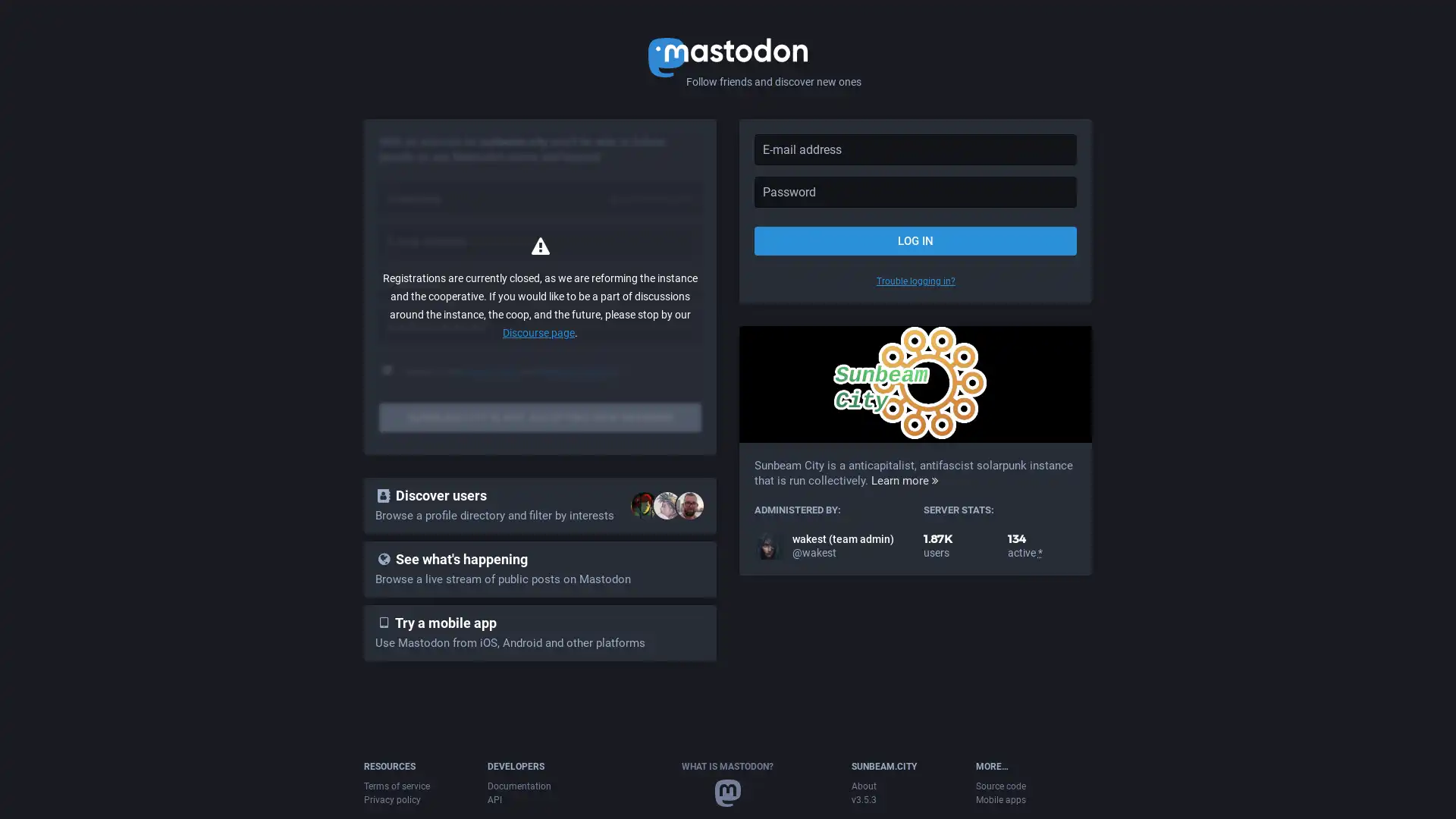 The image size is (1456, 819). I want to click on SUNBEAM.CITY IS NOT ACCEPTING NEW MEMBERS, so click(540, 418).